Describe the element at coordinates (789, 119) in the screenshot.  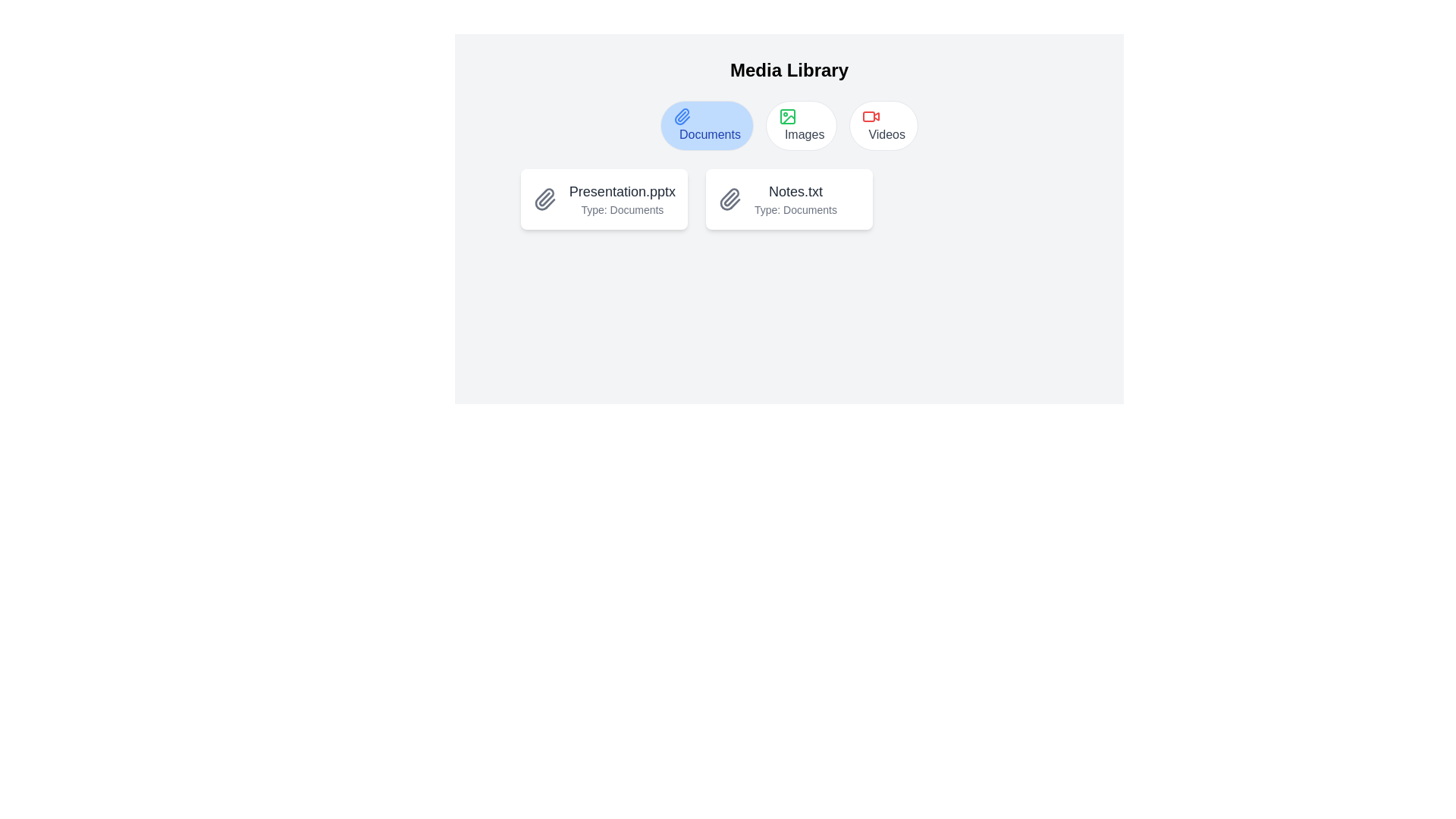
I see `the stylized icon resembling a mountain and sun, which is part of the 'Images' section in the Media Library panel` at that location.